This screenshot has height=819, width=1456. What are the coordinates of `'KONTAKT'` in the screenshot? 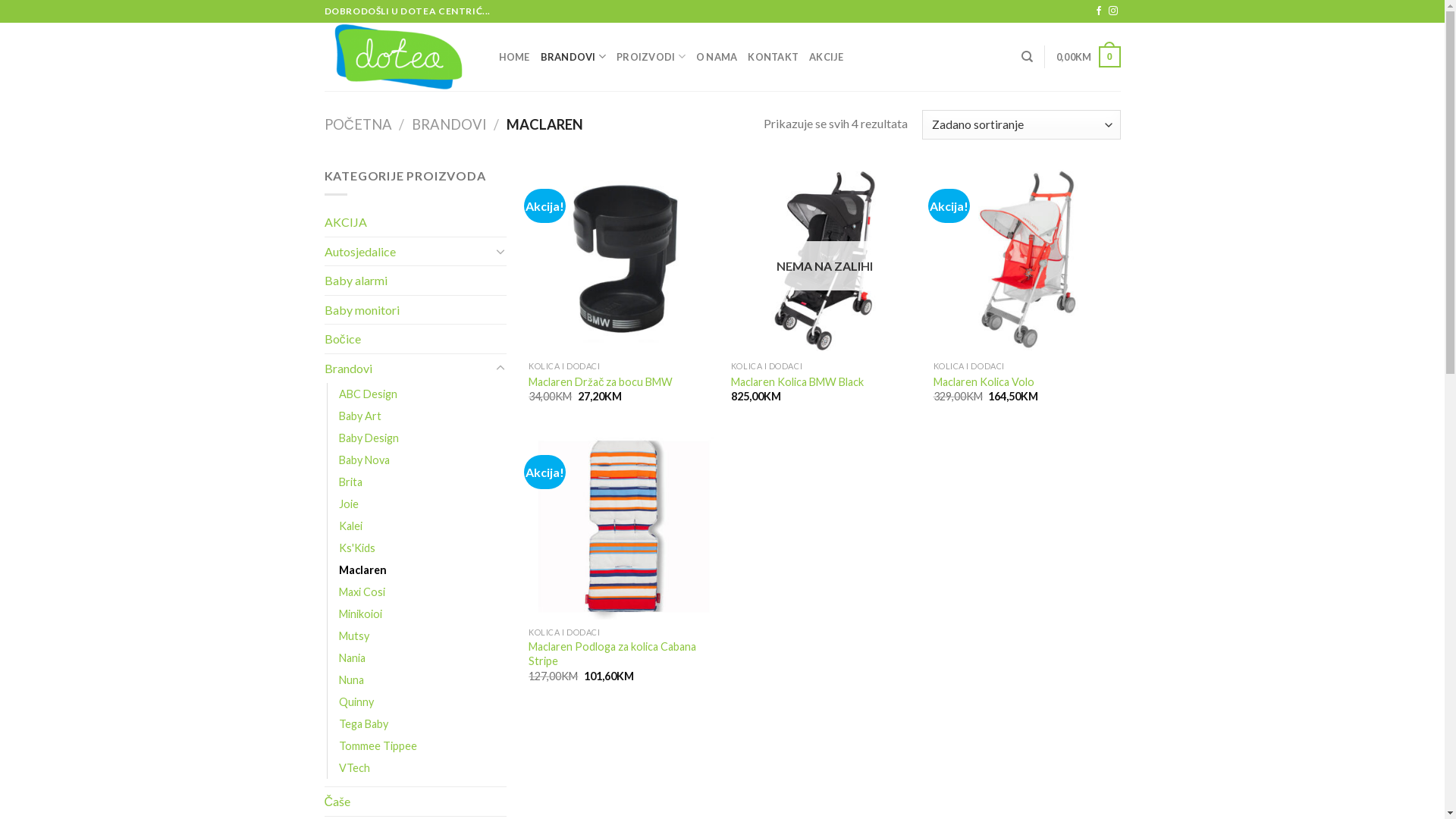 It's located at (773, 55).